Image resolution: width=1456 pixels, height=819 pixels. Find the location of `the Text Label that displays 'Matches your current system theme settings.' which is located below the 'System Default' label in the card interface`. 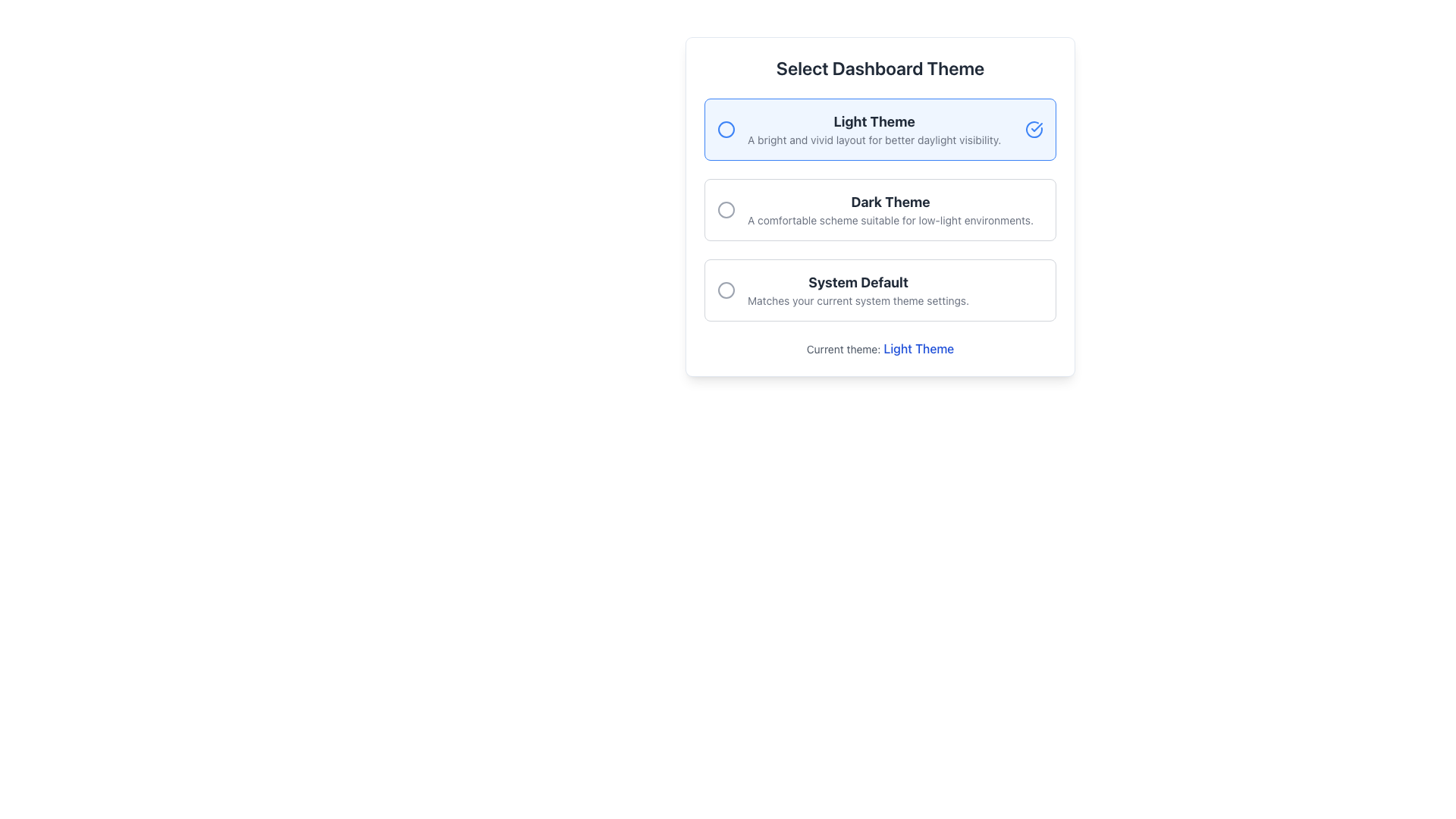

the Text Label that displays 'Matches your current system theme settings.' which is located below the 'System Default' label in the card interface is located at coordinates (858, 301).